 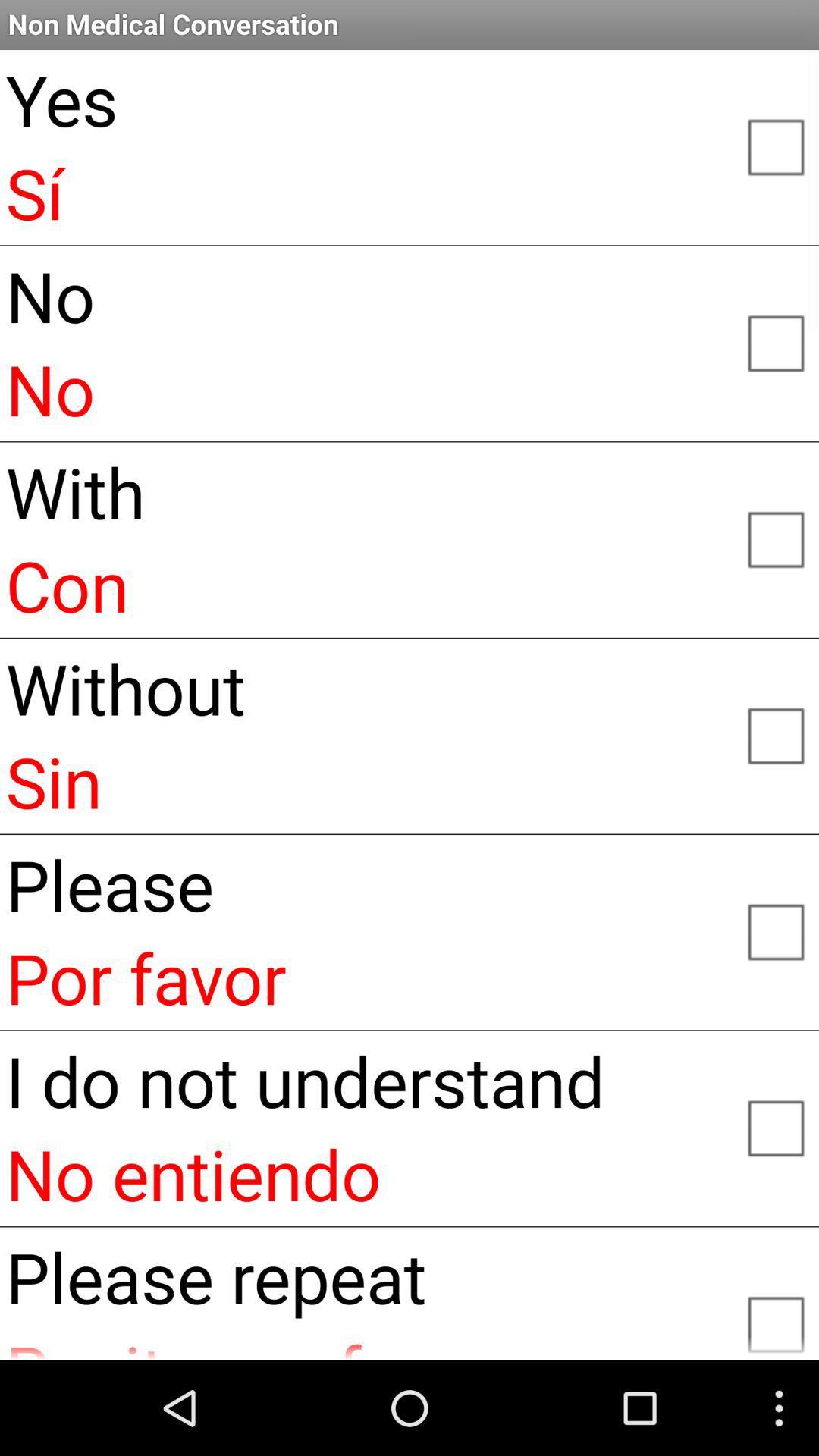 I want to click on without, so click(x=775, y=735).